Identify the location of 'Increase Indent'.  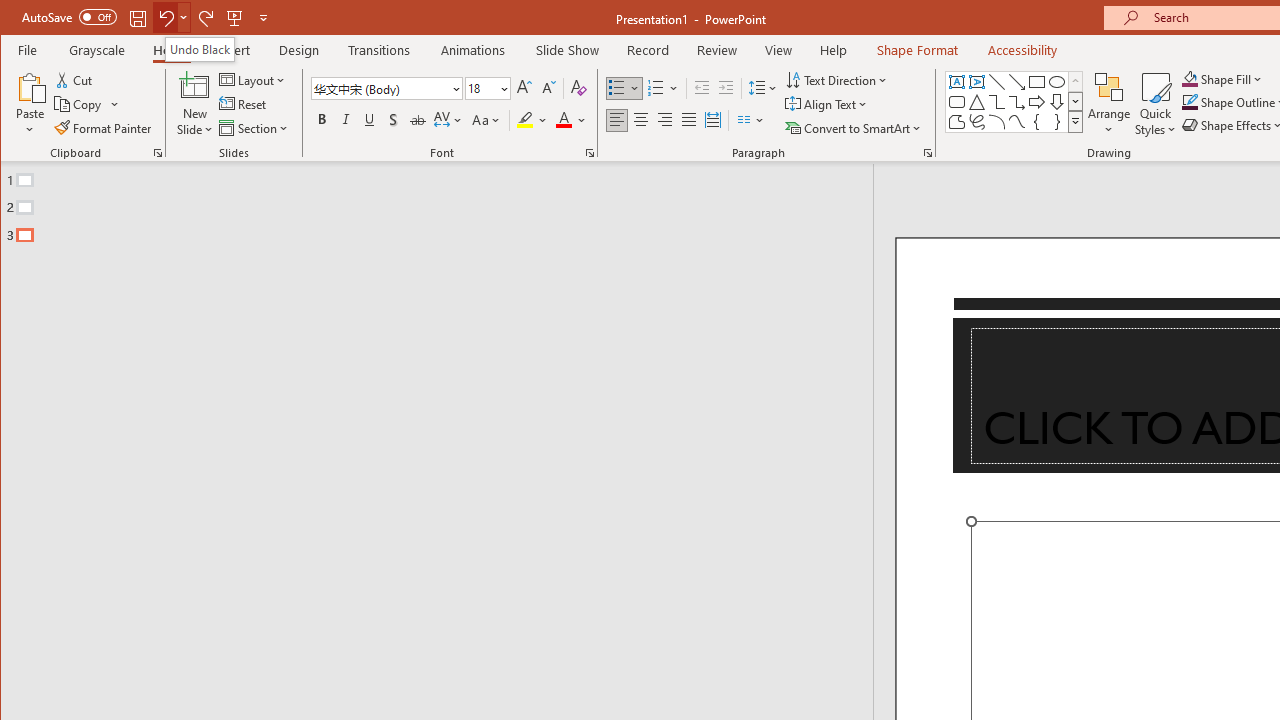
(725, 87).